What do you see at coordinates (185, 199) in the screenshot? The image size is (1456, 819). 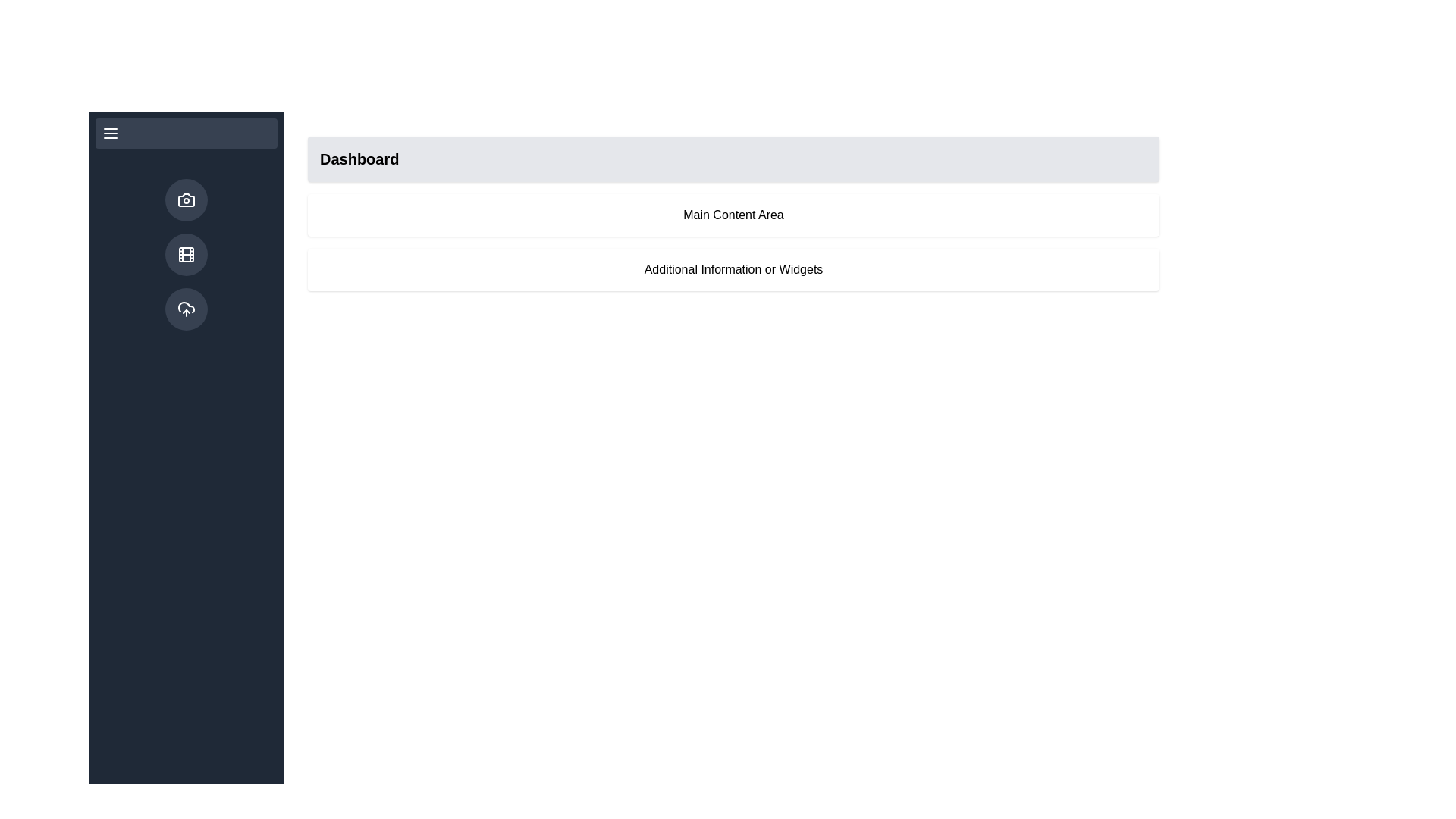 I see `the camera icon, which is the topmost element in the second circular button on the left sidebar of the interface` at bounding box center [185, 199].